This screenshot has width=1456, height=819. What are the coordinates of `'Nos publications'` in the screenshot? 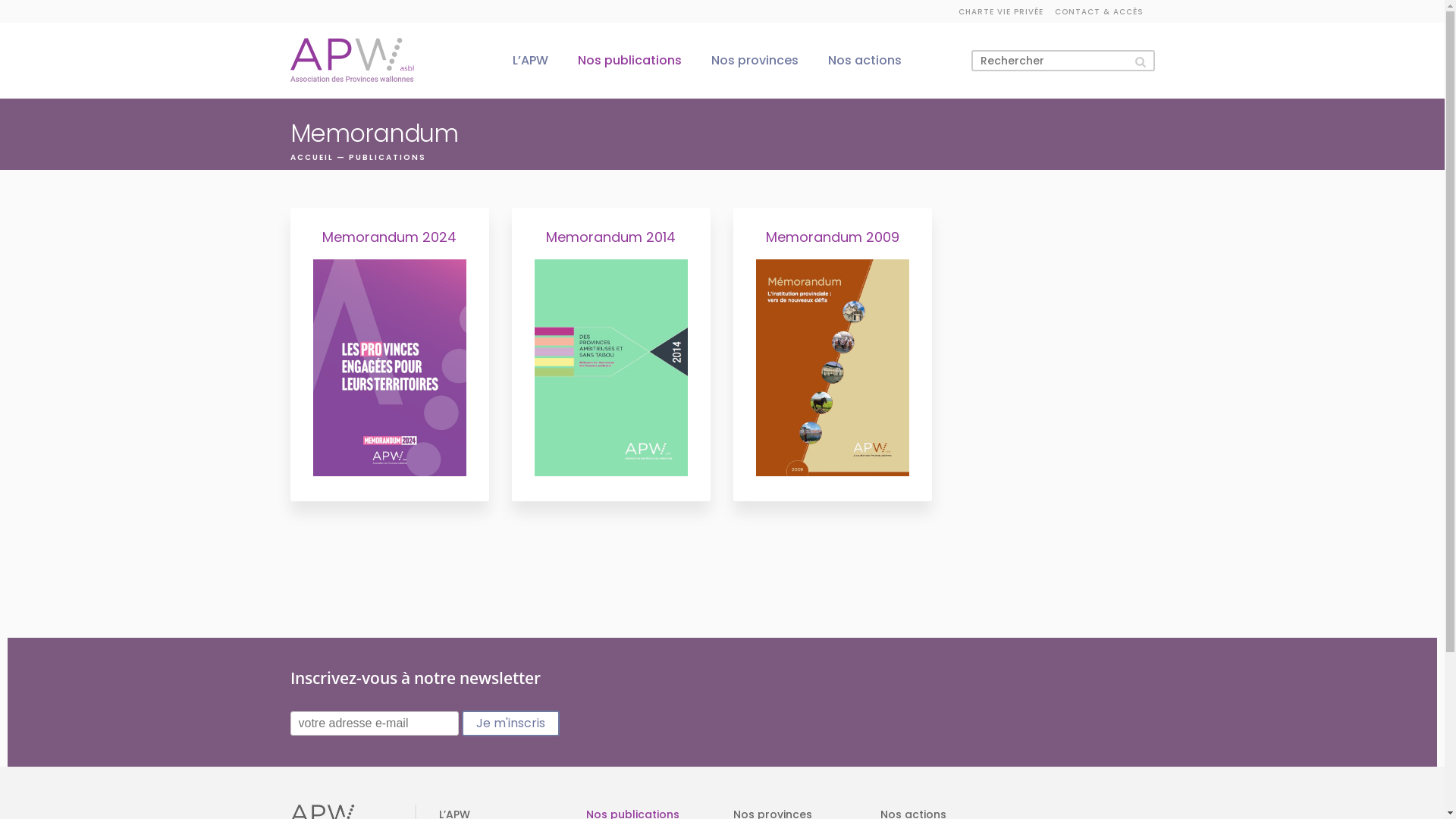 It's located at (629, 58).